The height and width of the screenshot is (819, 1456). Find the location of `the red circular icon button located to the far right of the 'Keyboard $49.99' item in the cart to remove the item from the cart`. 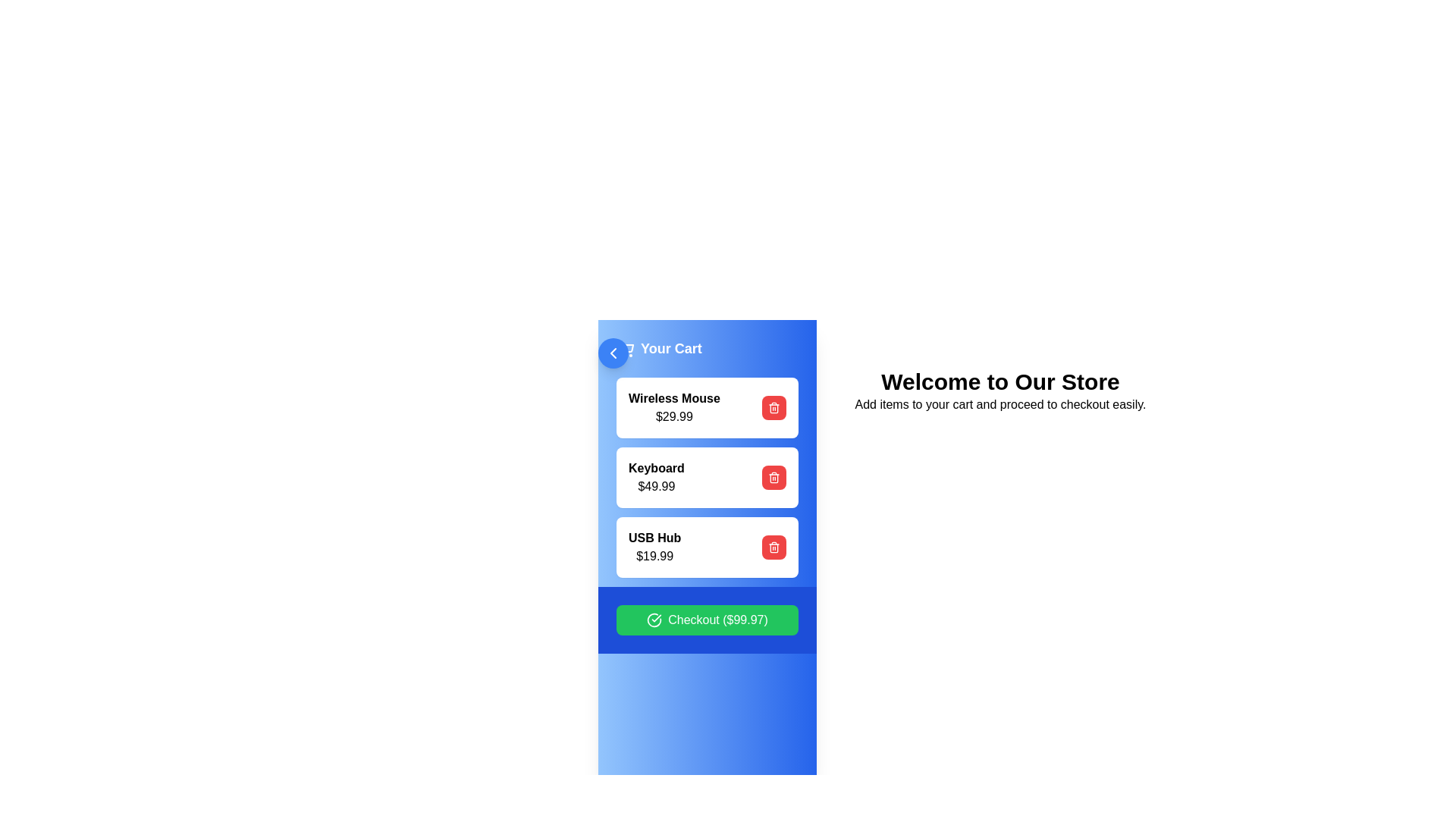

the red circular icon button located to the far right of the 'Keyboard $49.99' item in the cart to remove the item from the cart is located at coordinates (774, 476).